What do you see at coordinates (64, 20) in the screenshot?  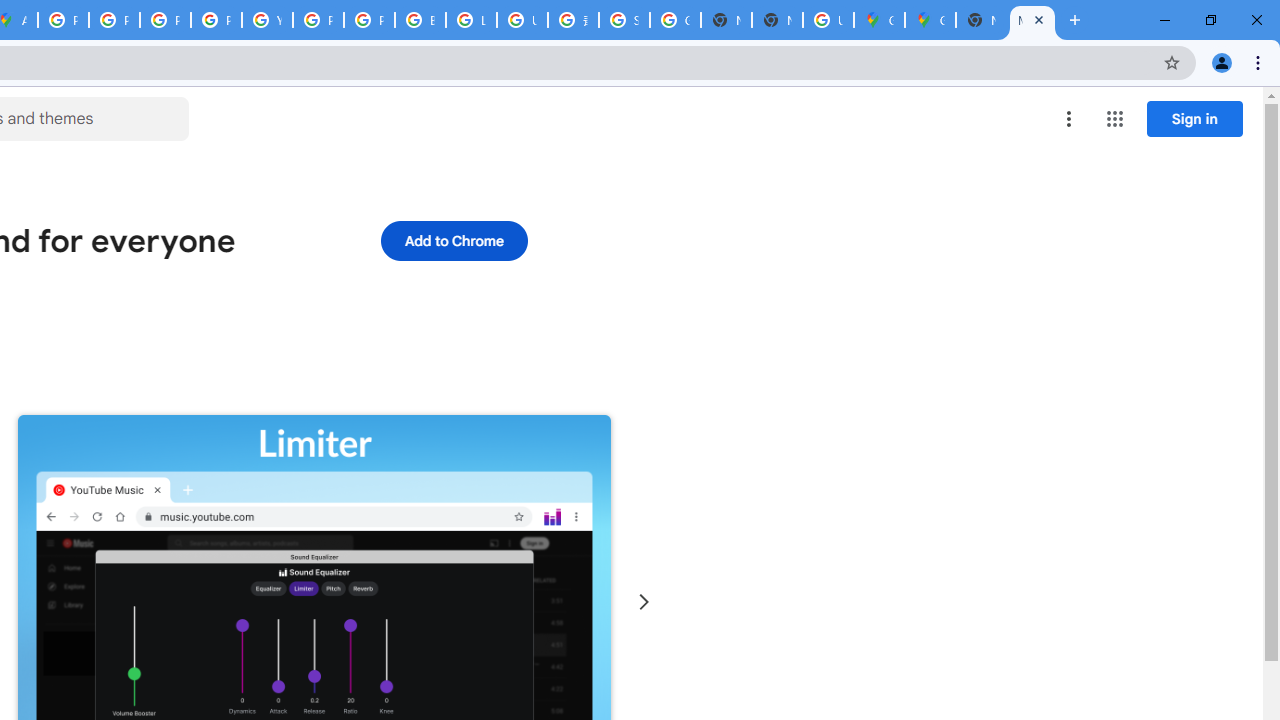 I see `'Policy Accountability and Transparency - Transparency Center'` at bounding box center [64, 20].